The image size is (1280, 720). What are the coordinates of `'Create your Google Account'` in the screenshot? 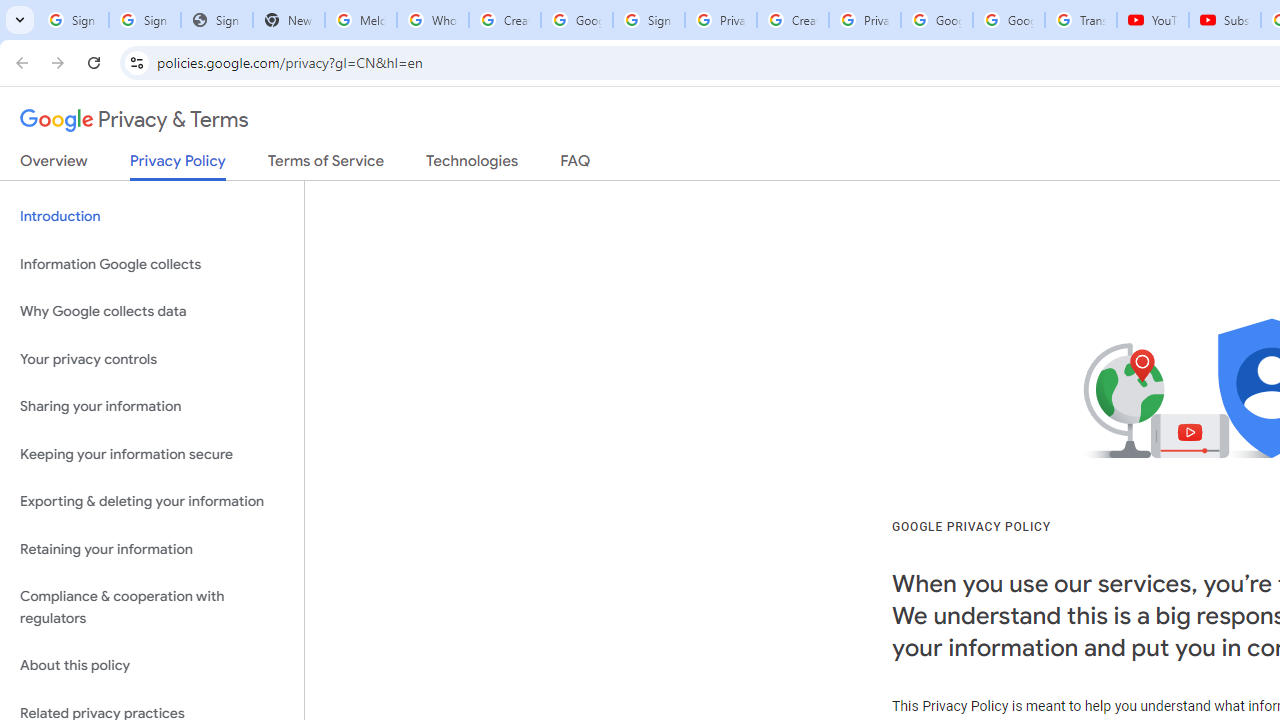 It's located at (791, 20).